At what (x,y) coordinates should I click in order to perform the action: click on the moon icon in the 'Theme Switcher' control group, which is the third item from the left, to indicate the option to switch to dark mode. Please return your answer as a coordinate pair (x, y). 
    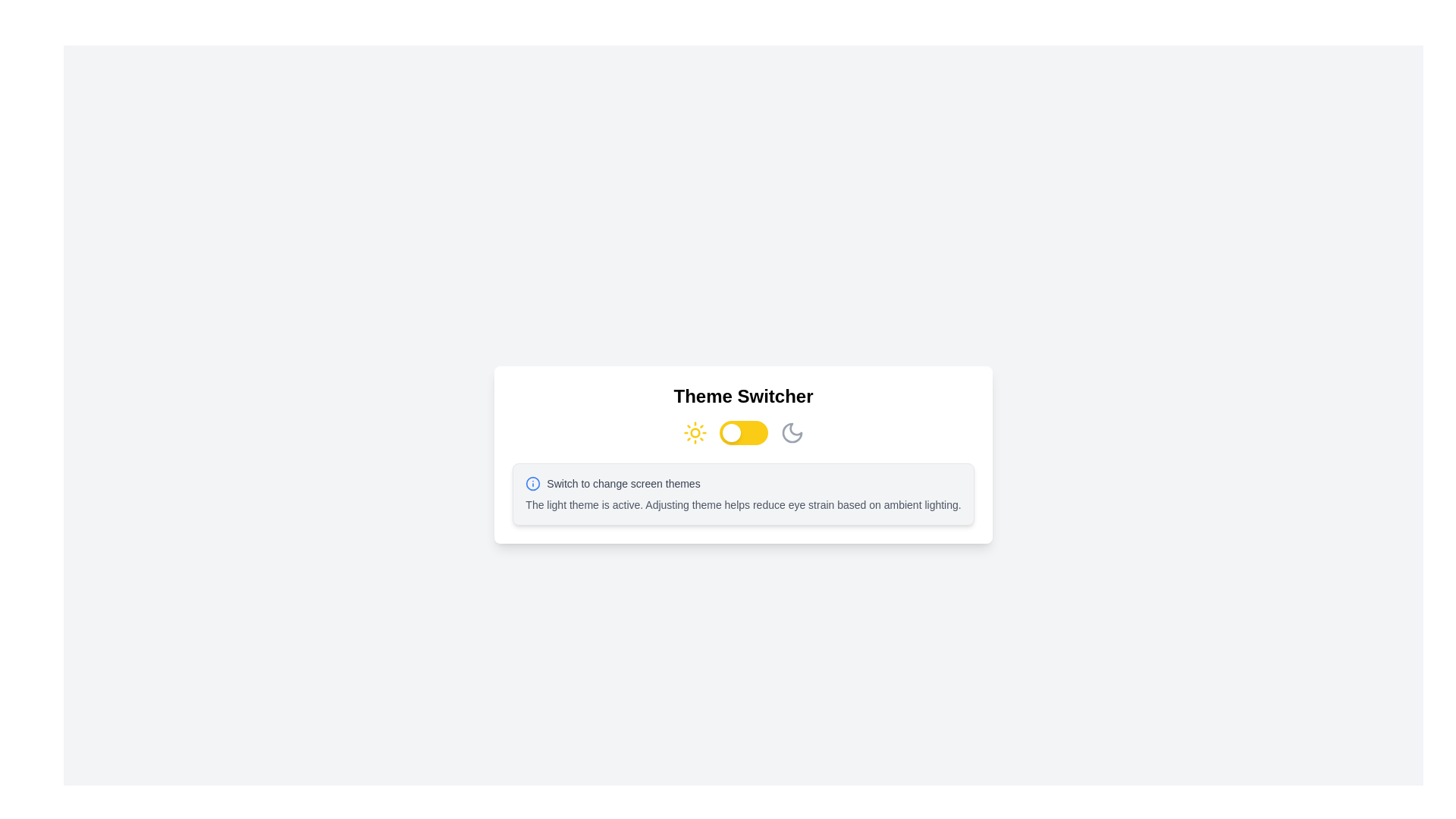
    Looking at the image, I should click on (791, 432).